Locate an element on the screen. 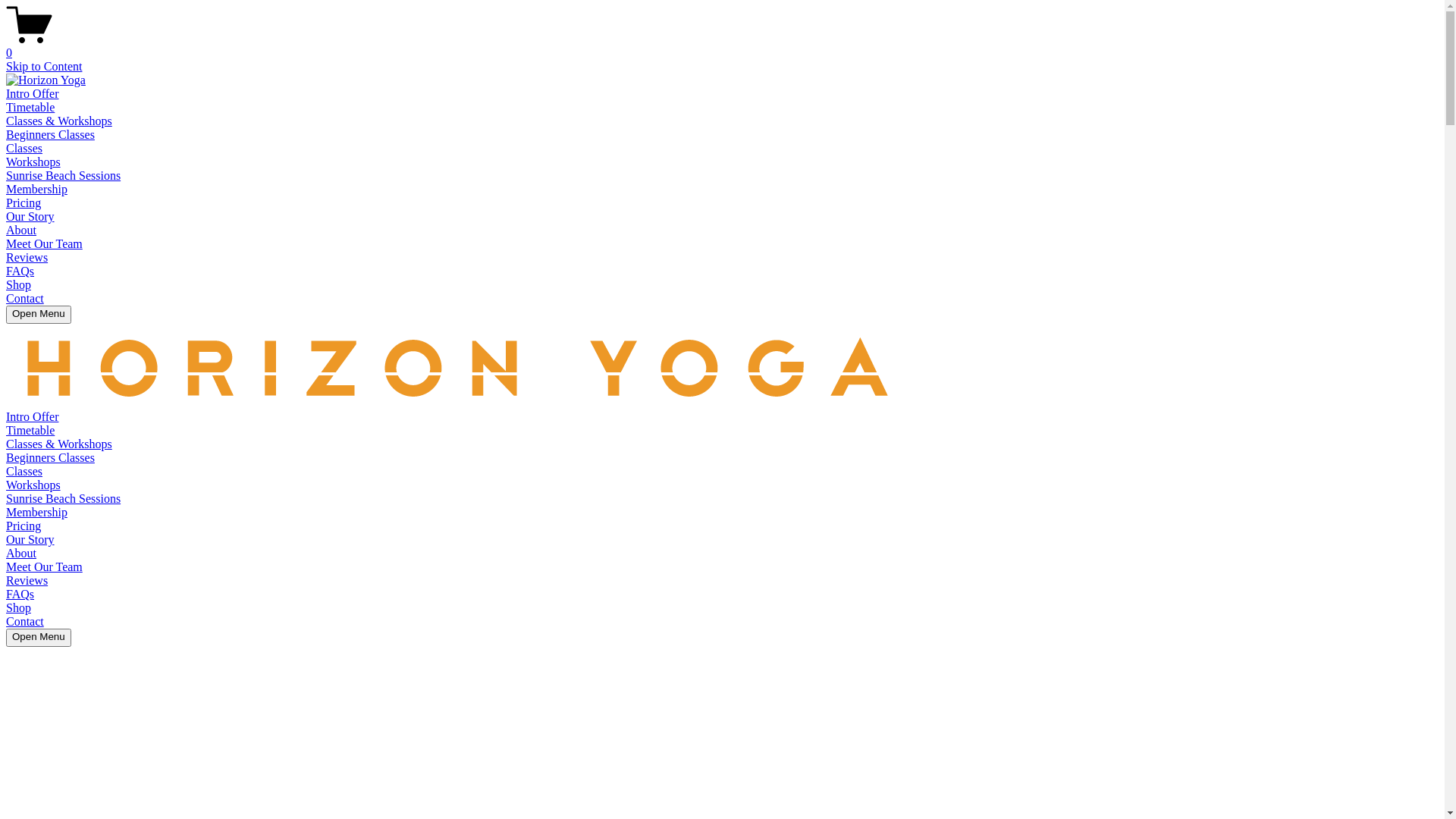 This screenshot has width=1456, height=819. 'About' is located at coordinates (21, 230).